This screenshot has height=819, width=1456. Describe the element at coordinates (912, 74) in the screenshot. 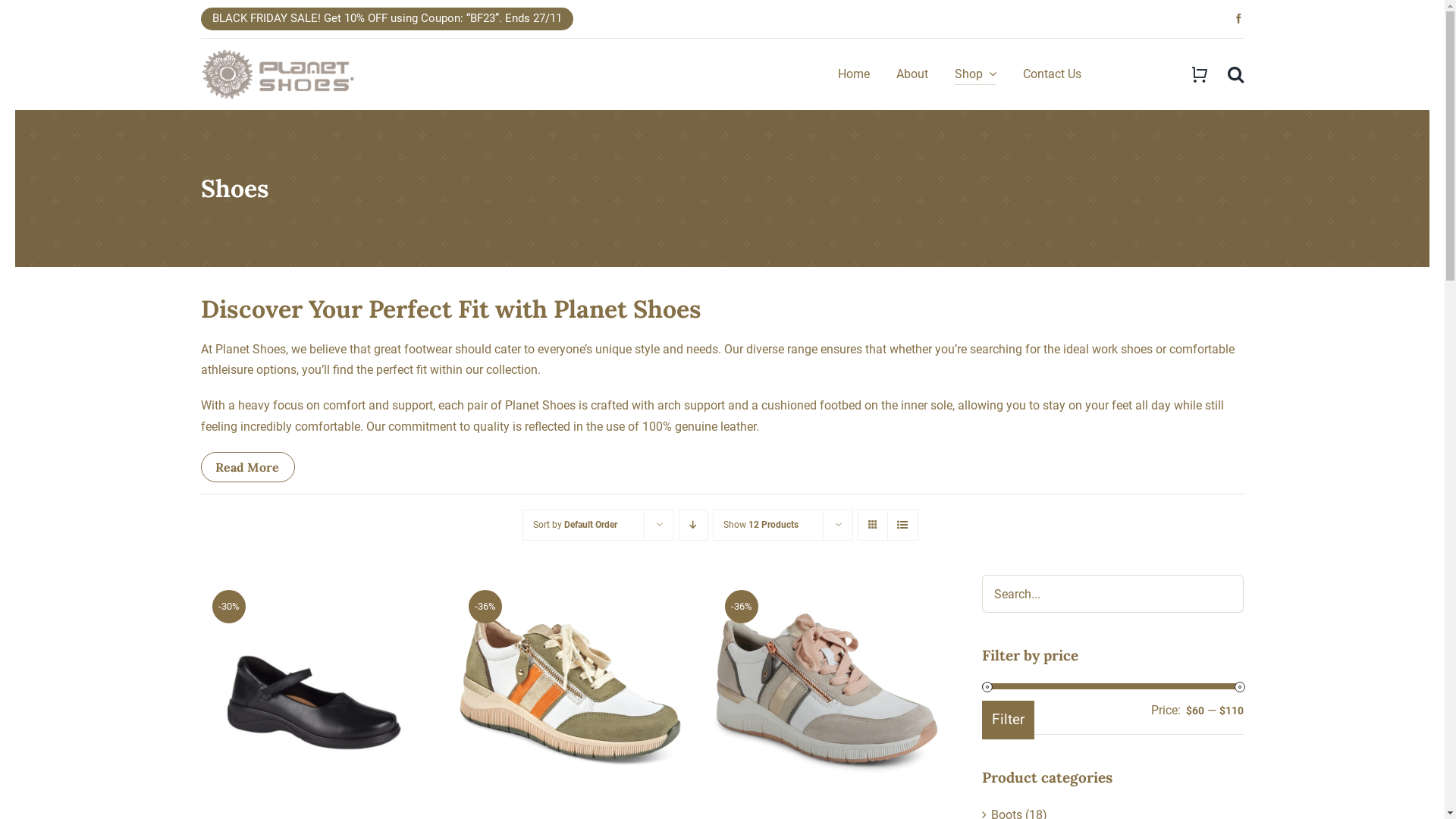

I see `'About'` at that location.